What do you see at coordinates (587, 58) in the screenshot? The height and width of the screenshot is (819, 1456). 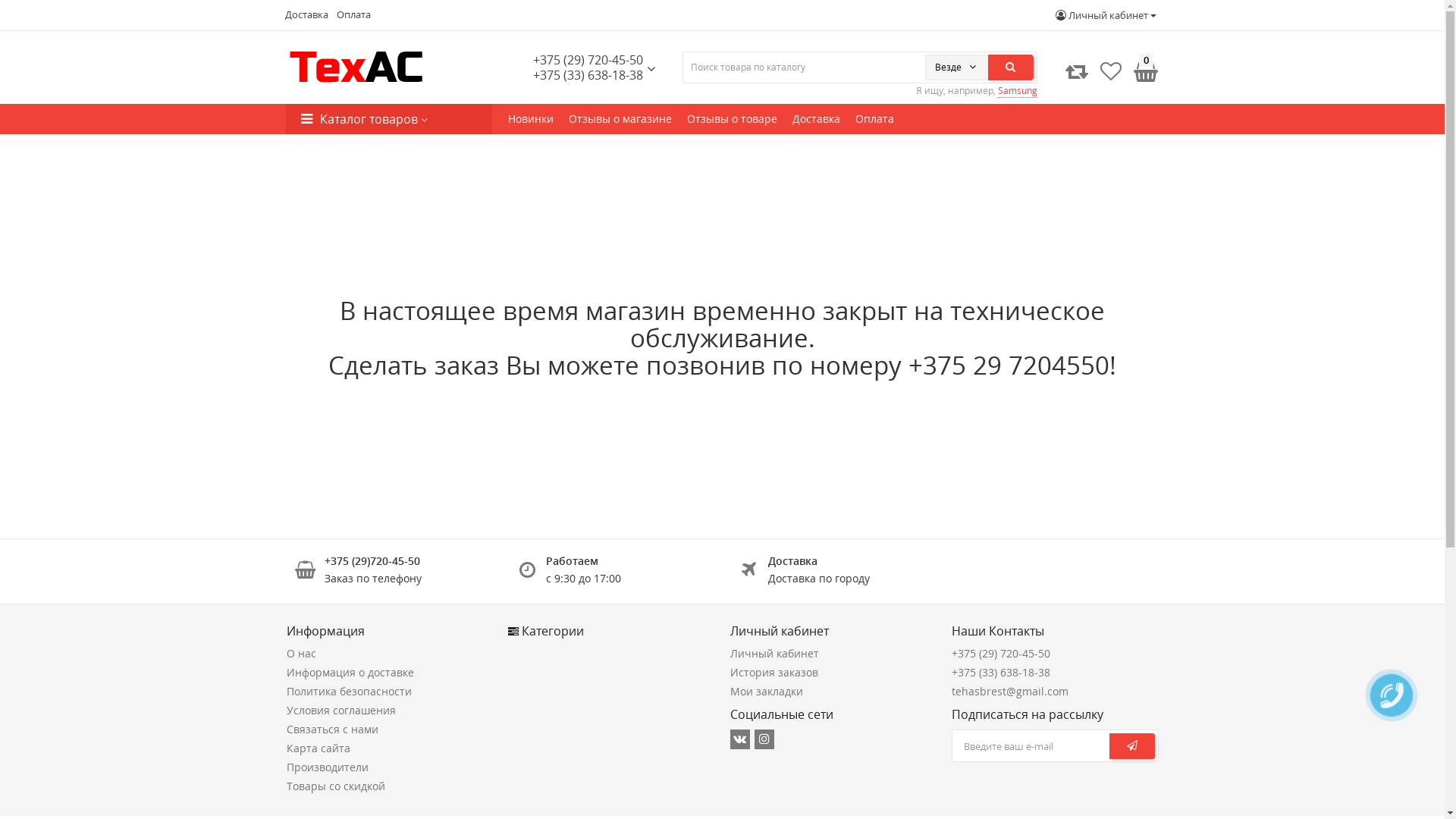 I see `'+375 (29) 720-45-50'` at bounding box center [587, 58].